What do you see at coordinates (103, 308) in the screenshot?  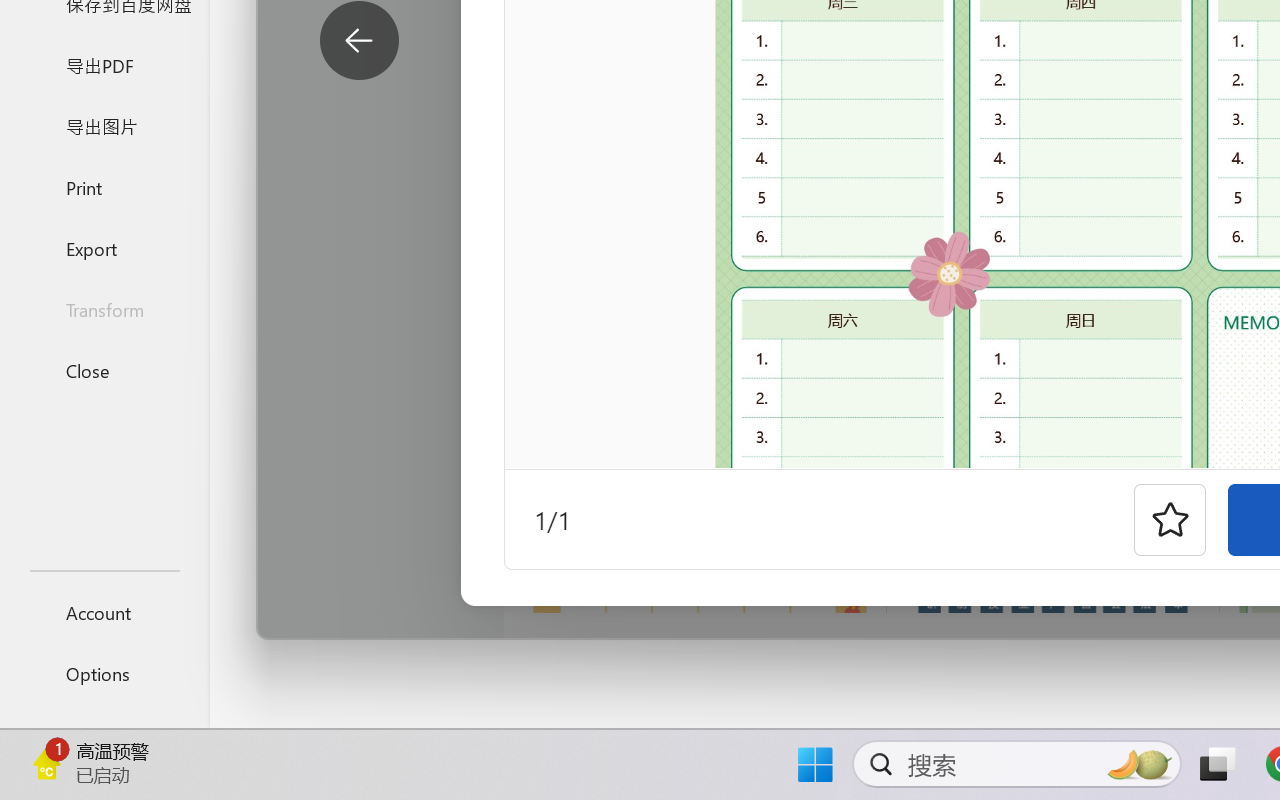 I see `'Transform'` at bounding box center [103, 308].